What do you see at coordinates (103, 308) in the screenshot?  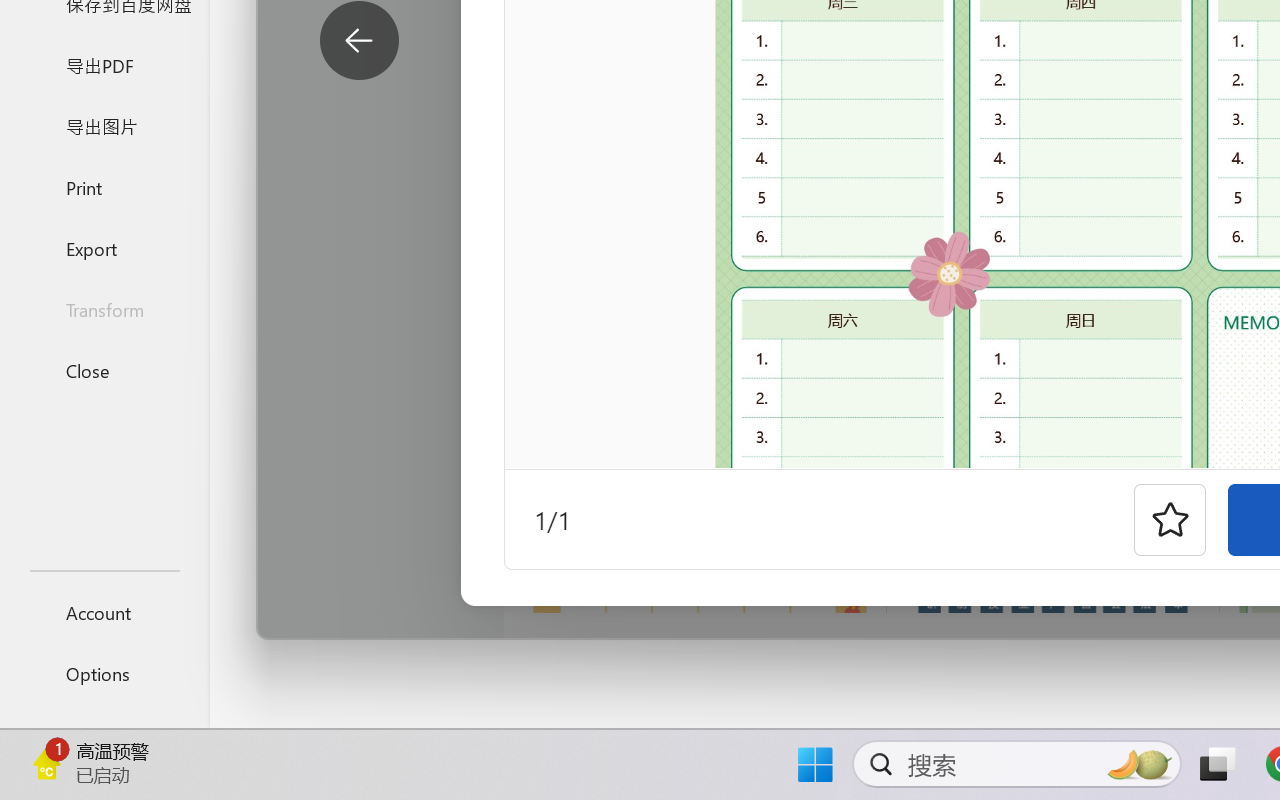 I see `'Transform'` at bounding box center [103, 308].